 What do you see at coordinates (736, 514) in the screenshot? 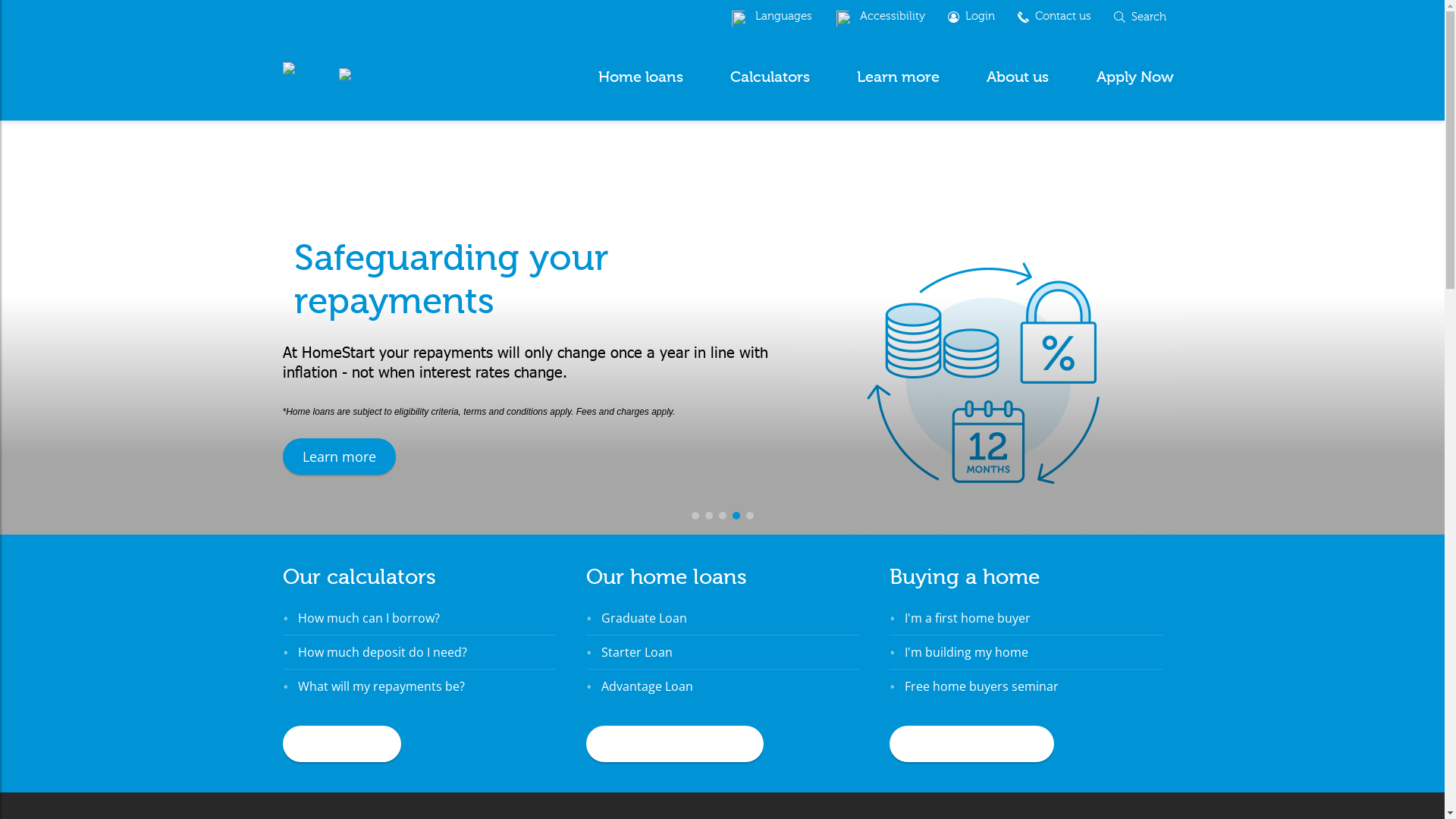
I see `'4'` at bounding box center [736, 514].